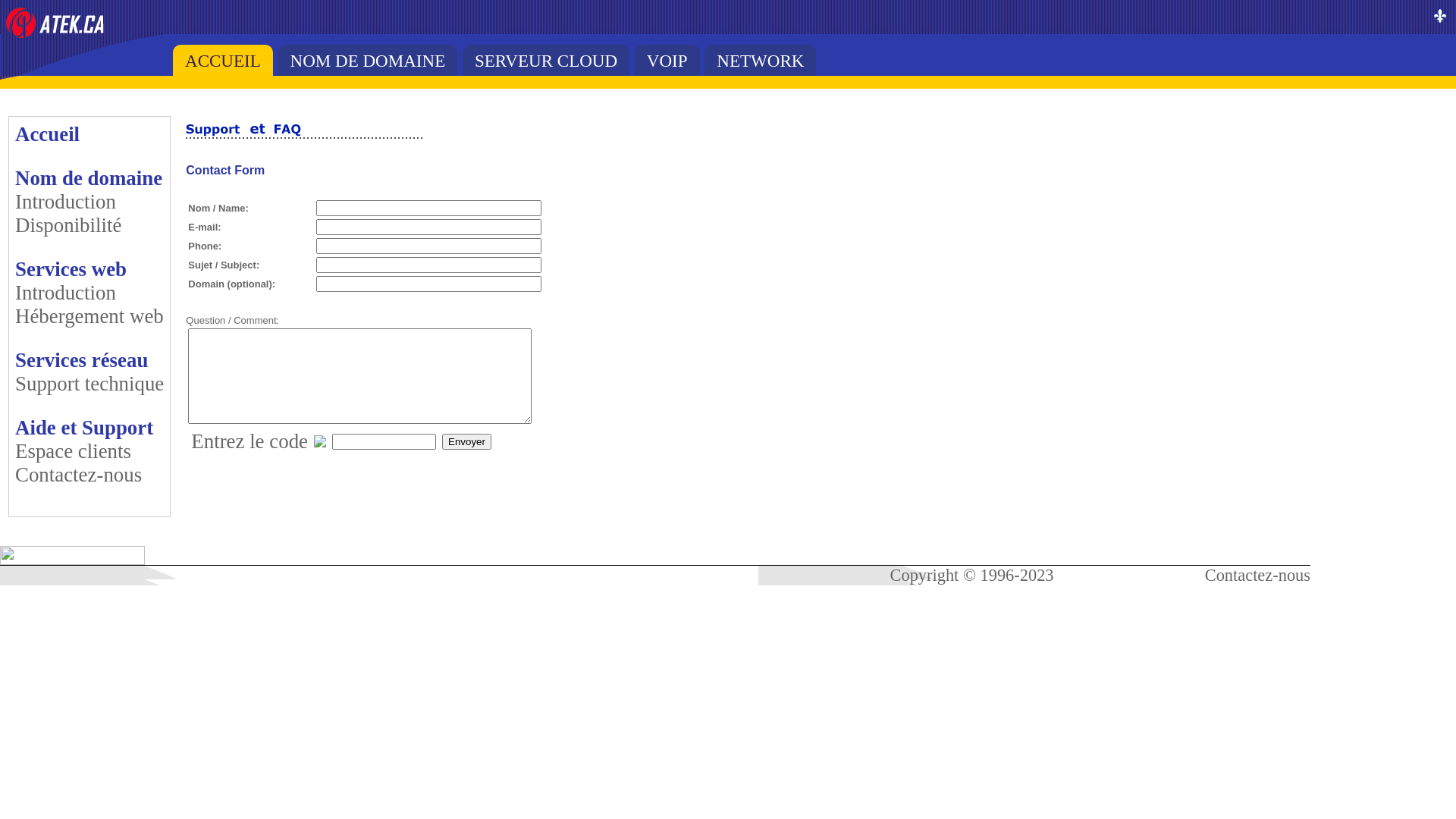 The image size is (1456, 819). What do you see at coordinates (47, 133) in the screenshot?
I see `'Accueil'` at bounding box center [47, 133].